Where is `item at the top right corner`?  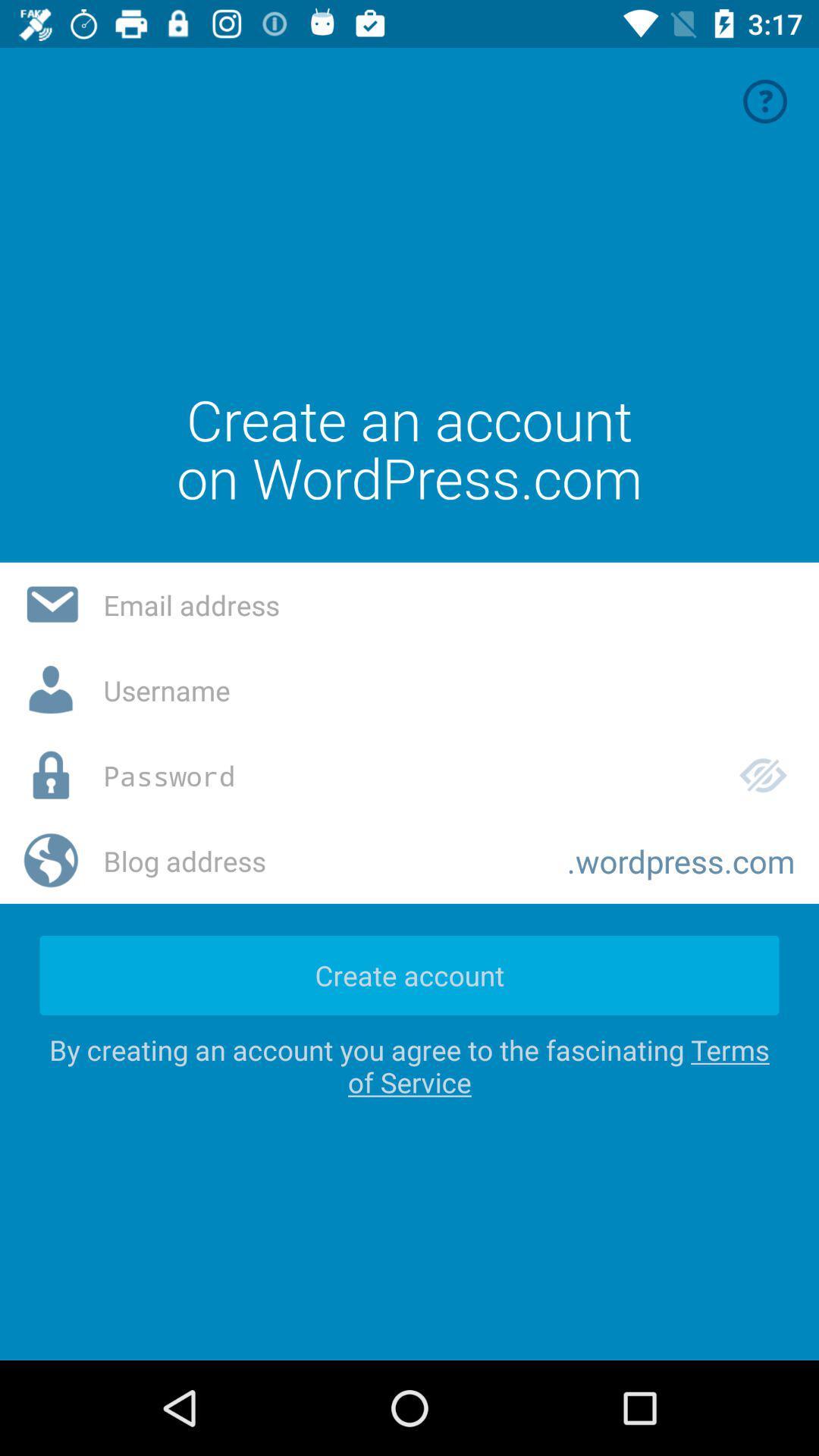
item at the top right corner is located at coordinates (765, 100).